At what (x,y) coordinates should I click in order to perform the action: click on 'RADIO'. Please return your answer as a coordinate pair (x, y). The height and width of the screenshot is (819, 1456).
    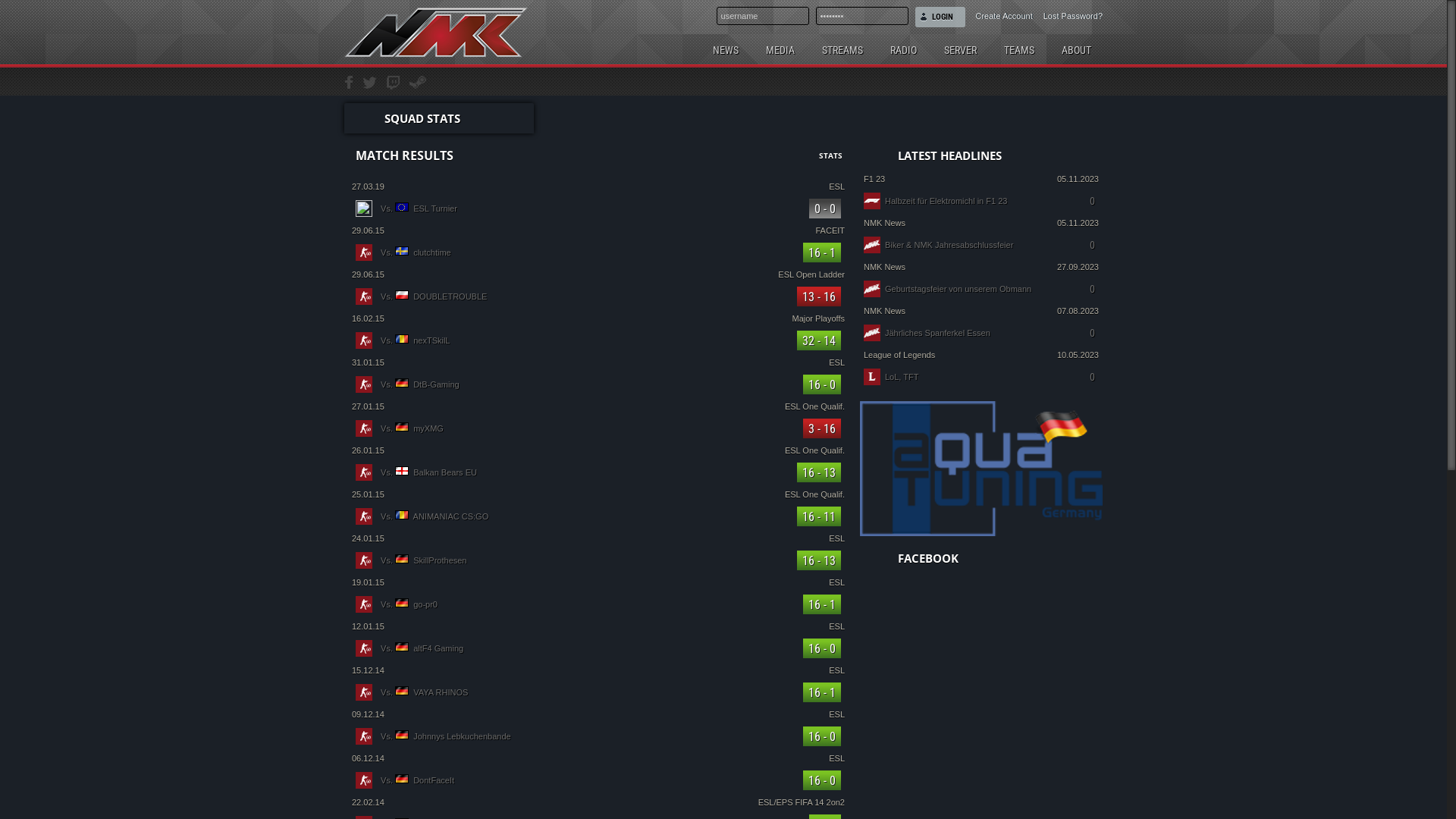
    Looking at the image, I should click on (903, 49).